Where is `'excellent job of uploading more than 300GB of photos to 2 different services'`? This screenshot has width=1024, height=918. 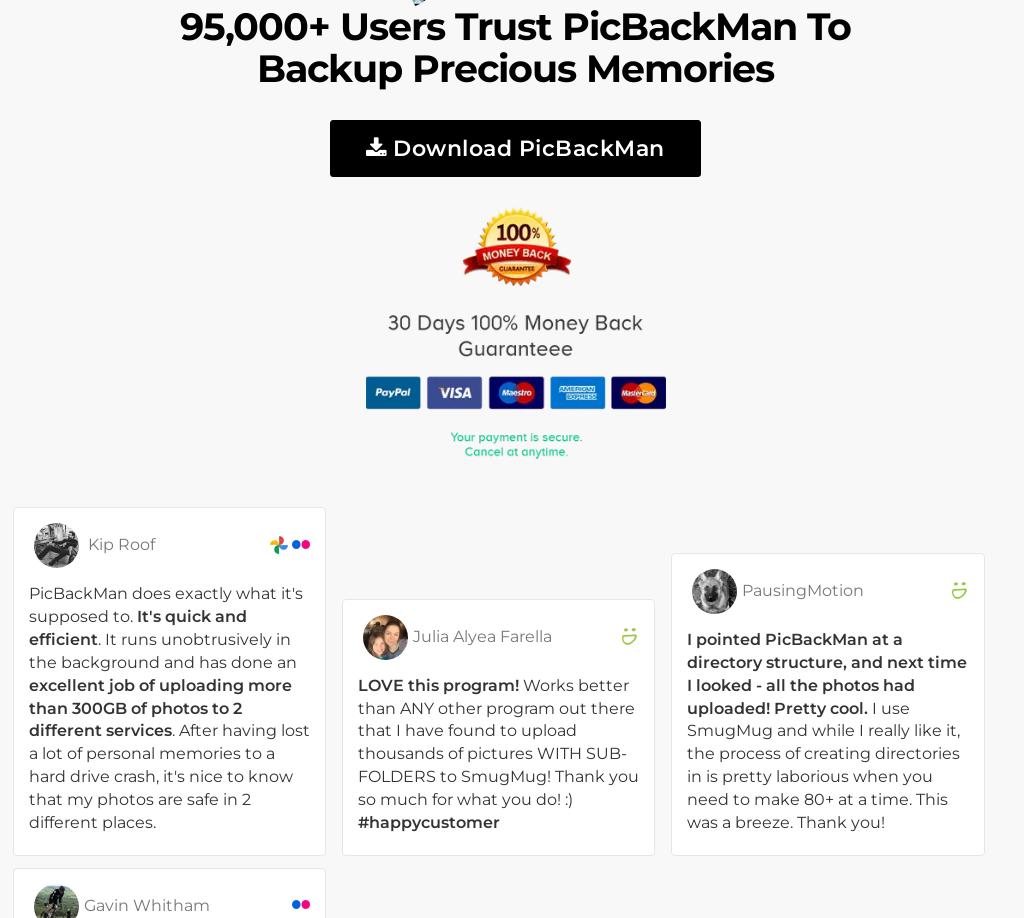
'excellent job of uploading more than 300GB of photos to 2 different services' is located at coordinates (159, 706).